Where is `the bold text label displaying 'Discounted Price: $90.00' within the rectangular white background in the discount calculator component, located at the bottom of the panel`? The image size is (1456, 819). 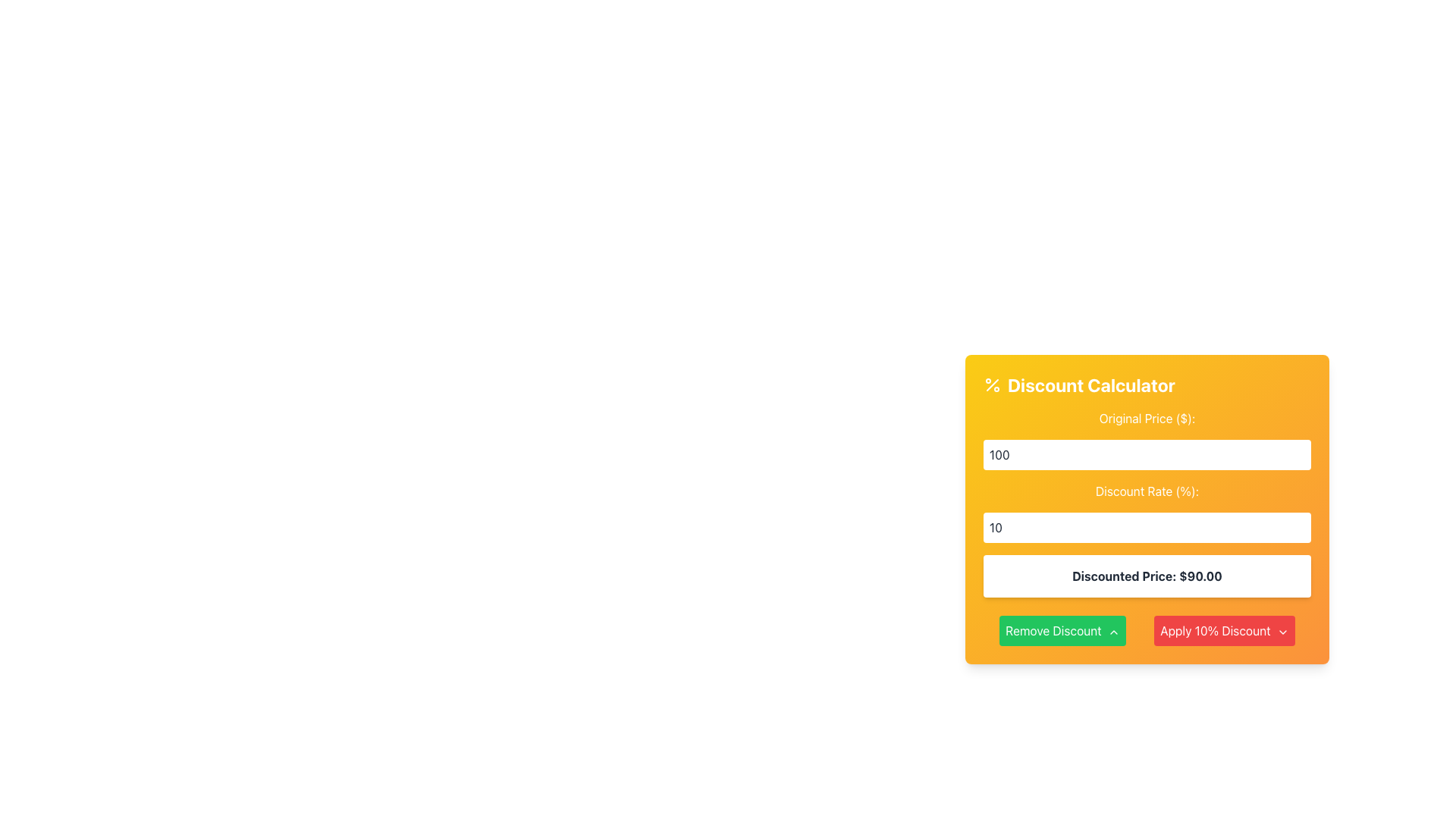 the bold text label displaying 'Discounted Price: $90.00' within the rectangular white background in the discount calculator component, located at the bottom of the panel is located at coordinates (1147, 576).